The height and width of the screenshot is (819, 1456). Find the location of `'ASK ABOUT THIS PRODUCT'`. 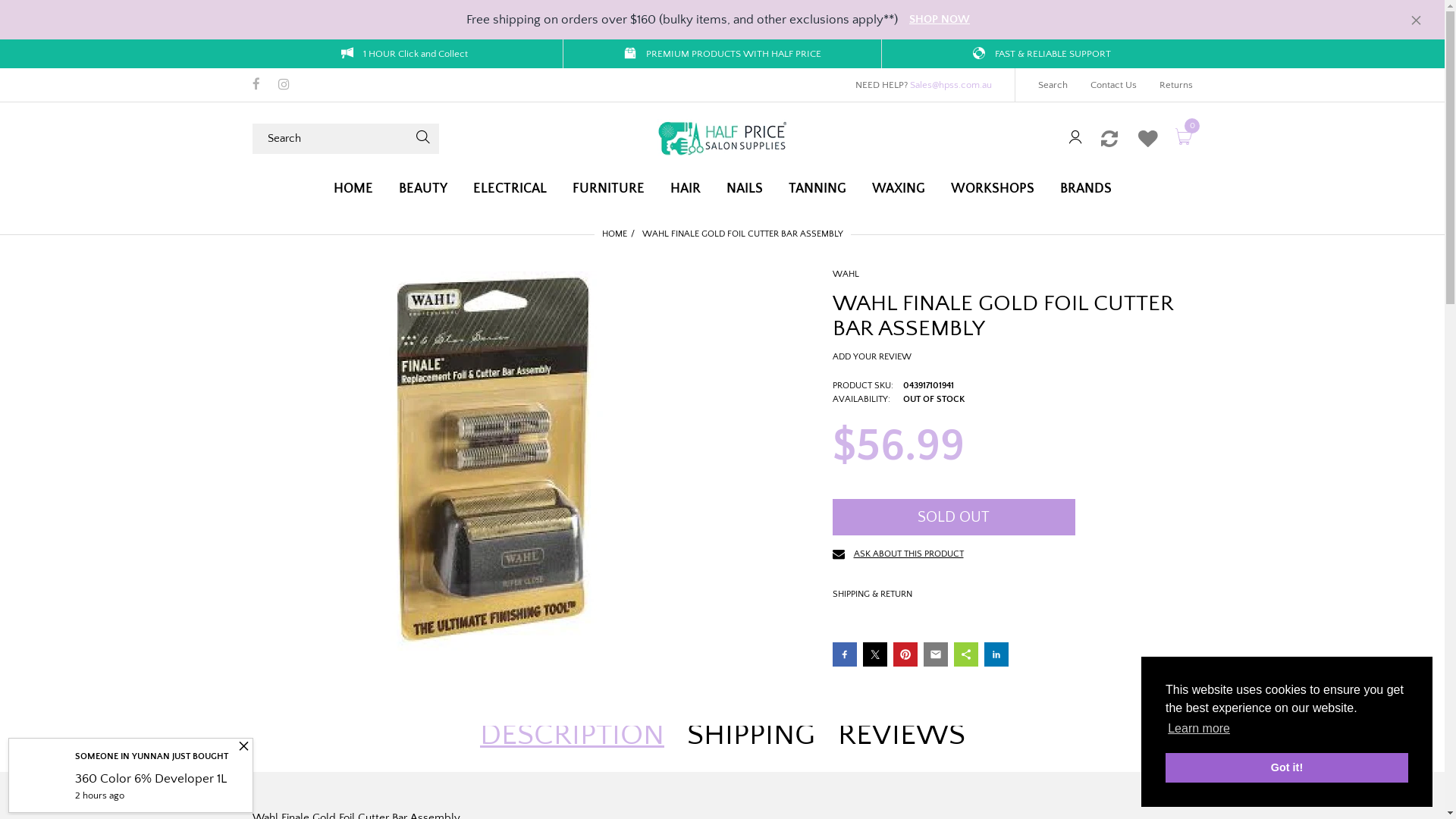

'ASK ABOUT THIS PRODUCT' is located at coordinates (898, 557).